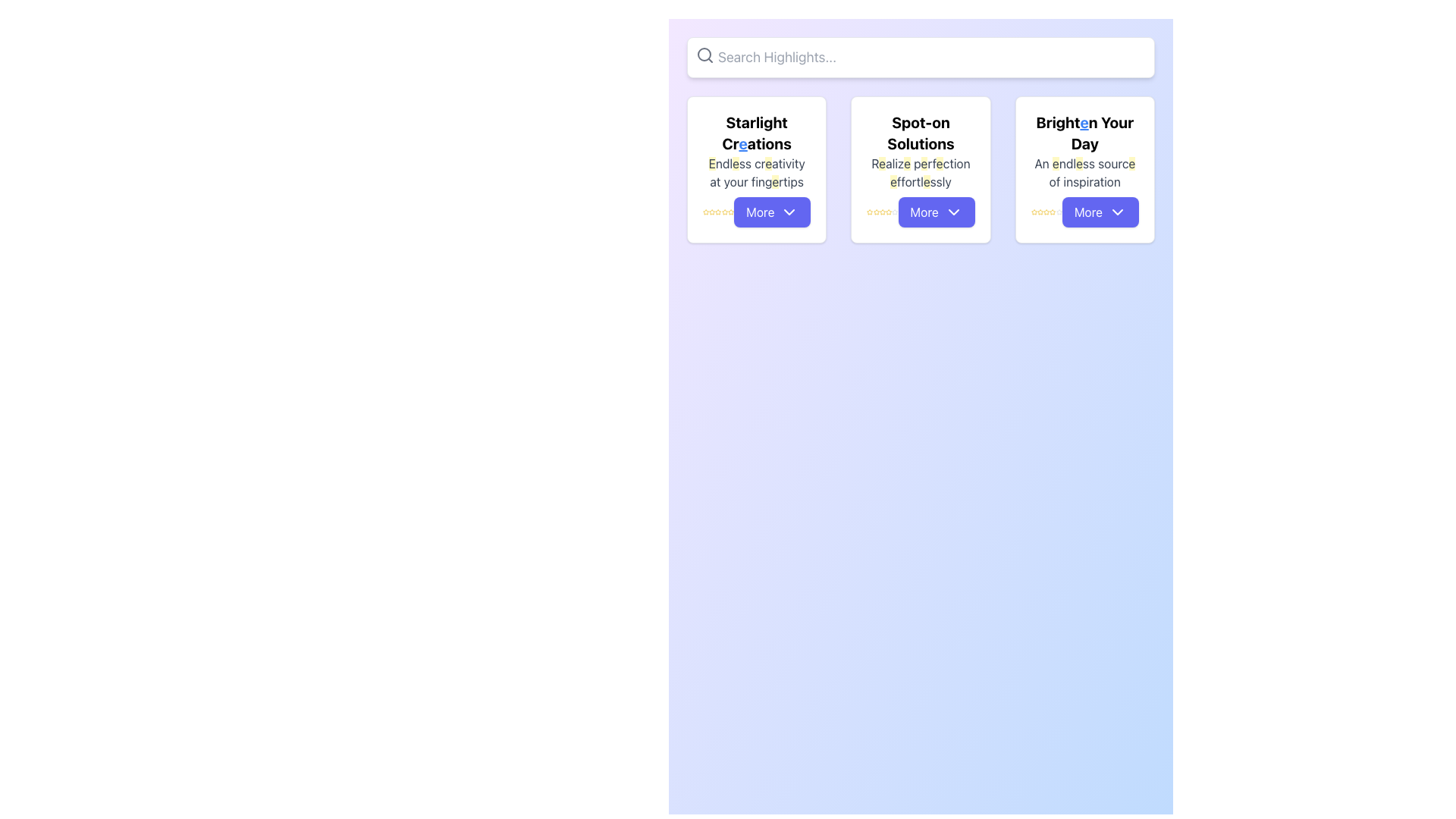  I want to click on the eighth star icon in the rating section beneath the 'Starlight Creations' card to rate it, so click(731, 212).